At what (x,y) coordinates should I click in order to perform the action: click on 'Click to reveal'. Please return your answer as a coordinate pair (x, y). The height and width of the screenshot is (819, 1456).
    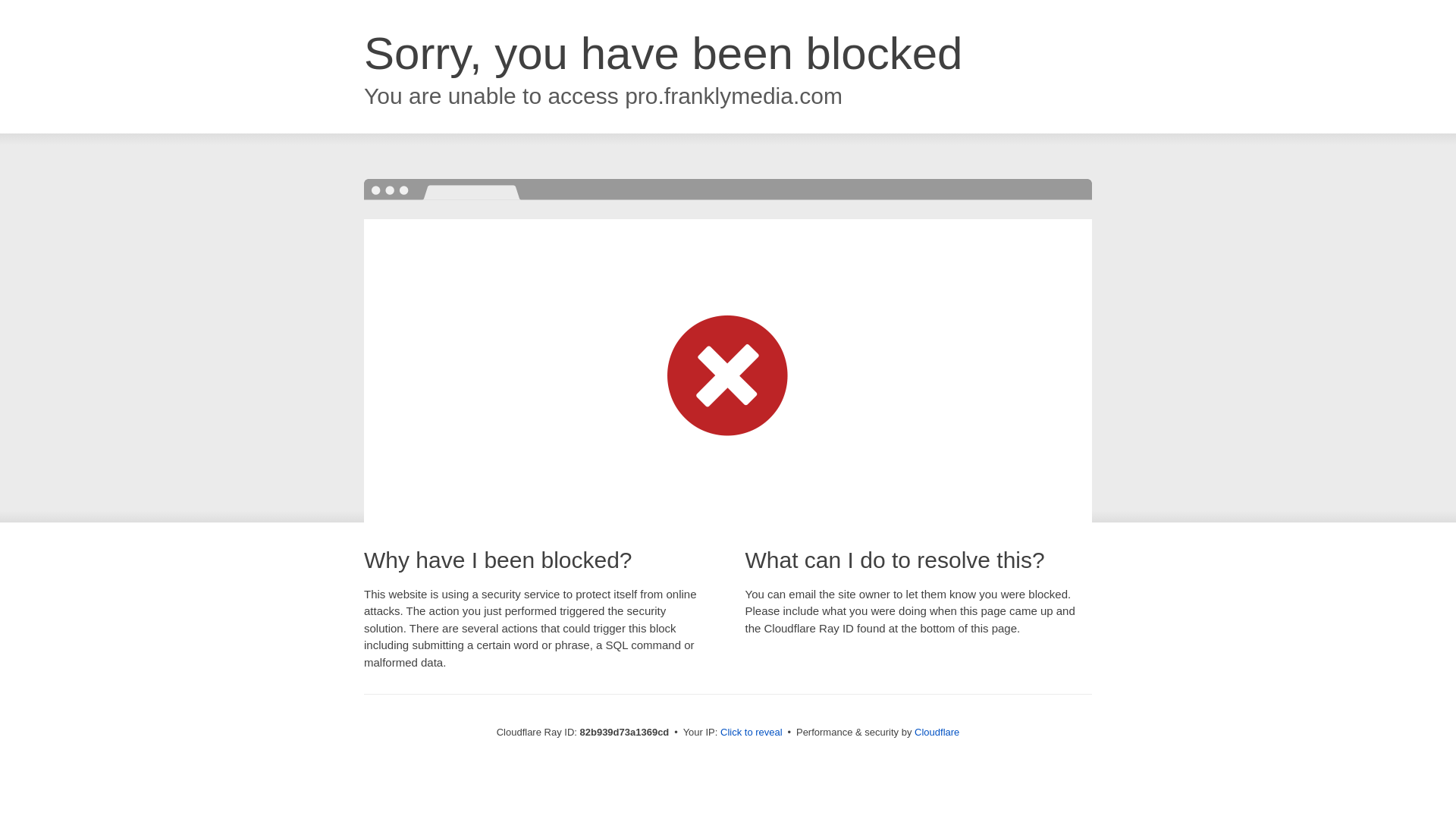
    Looking at the image, I should click on (751, 731).